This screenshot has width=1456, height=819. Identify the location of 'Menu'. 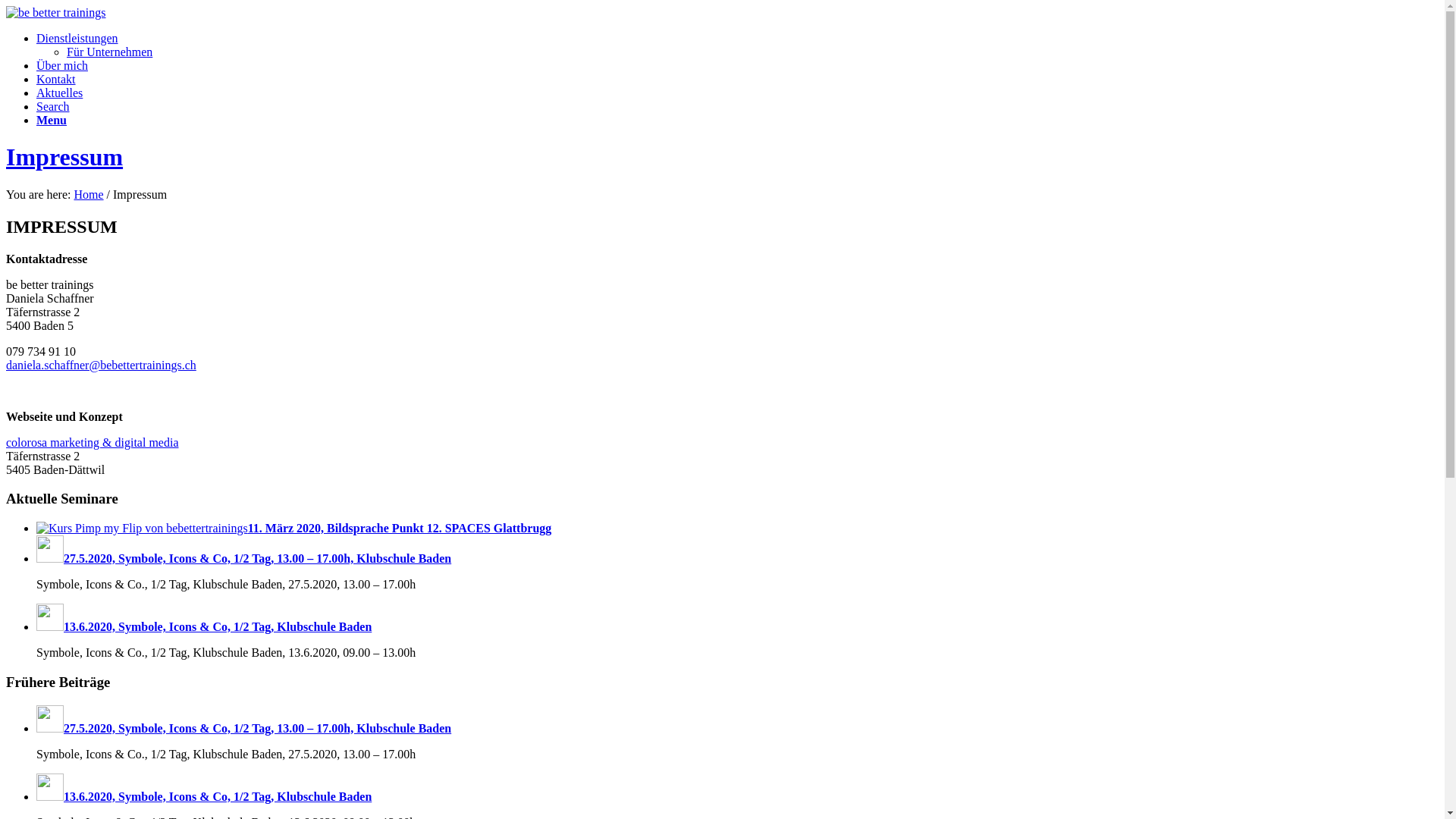
(51, 119).